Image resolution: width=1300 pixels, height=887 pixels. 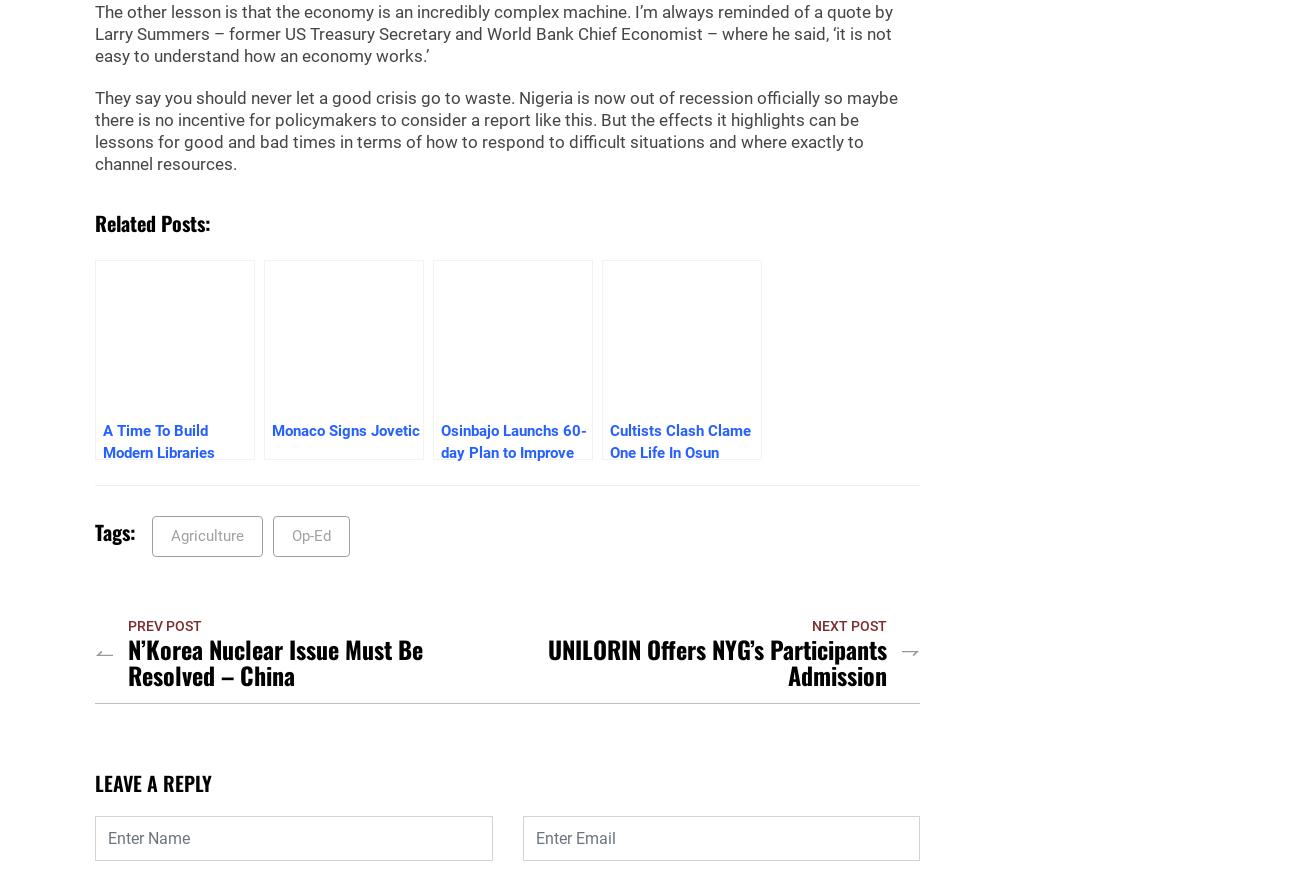 What do you see at coordinates (114, 532) in the screenshot?
I see `'Tags:'` at bounding box center [114, 532].